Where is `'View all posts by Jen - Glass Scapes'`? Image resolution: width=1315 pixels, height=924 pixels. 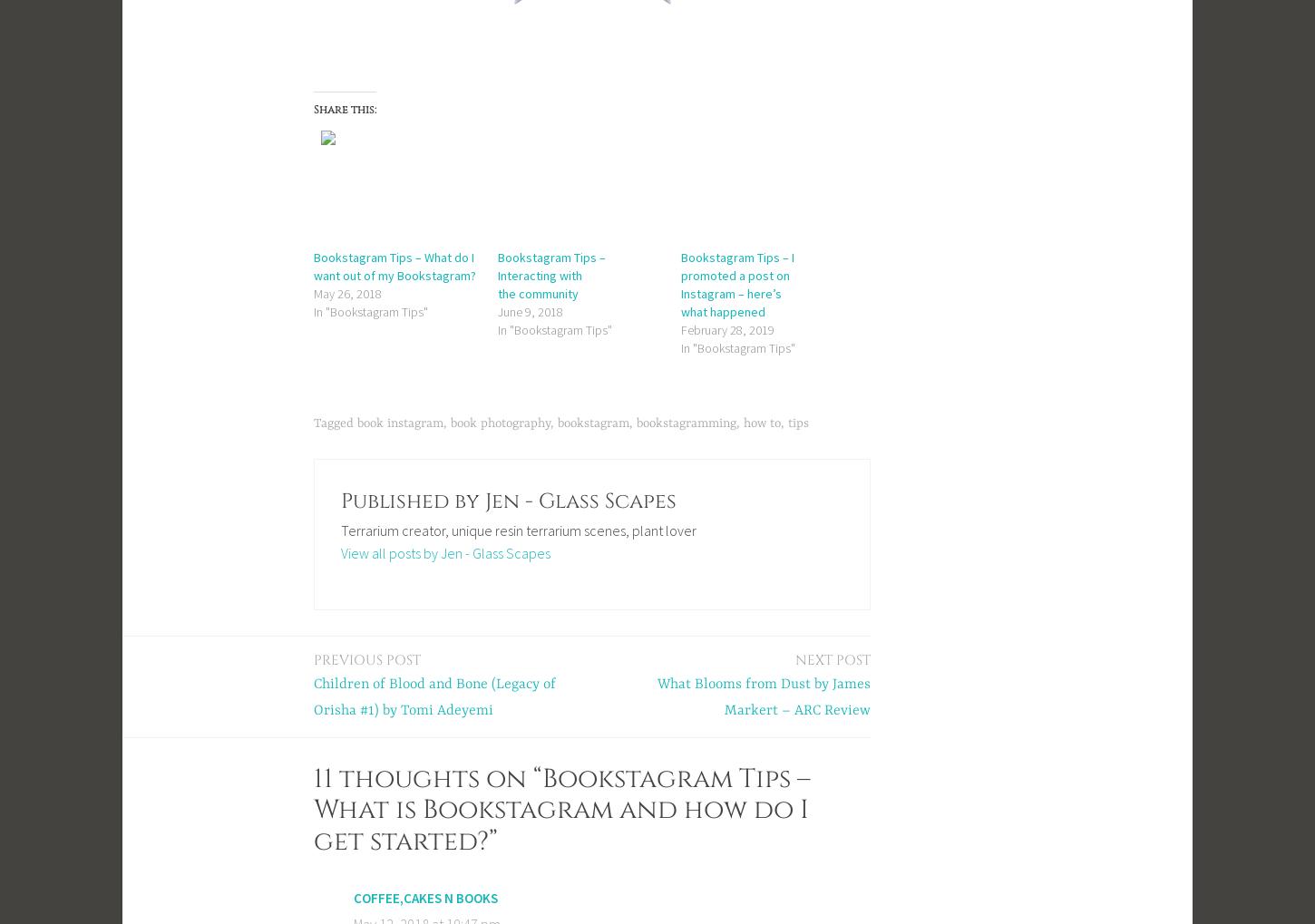
'View all posts by Jen - Glass Scapes' is located at coordinates (444, 552).